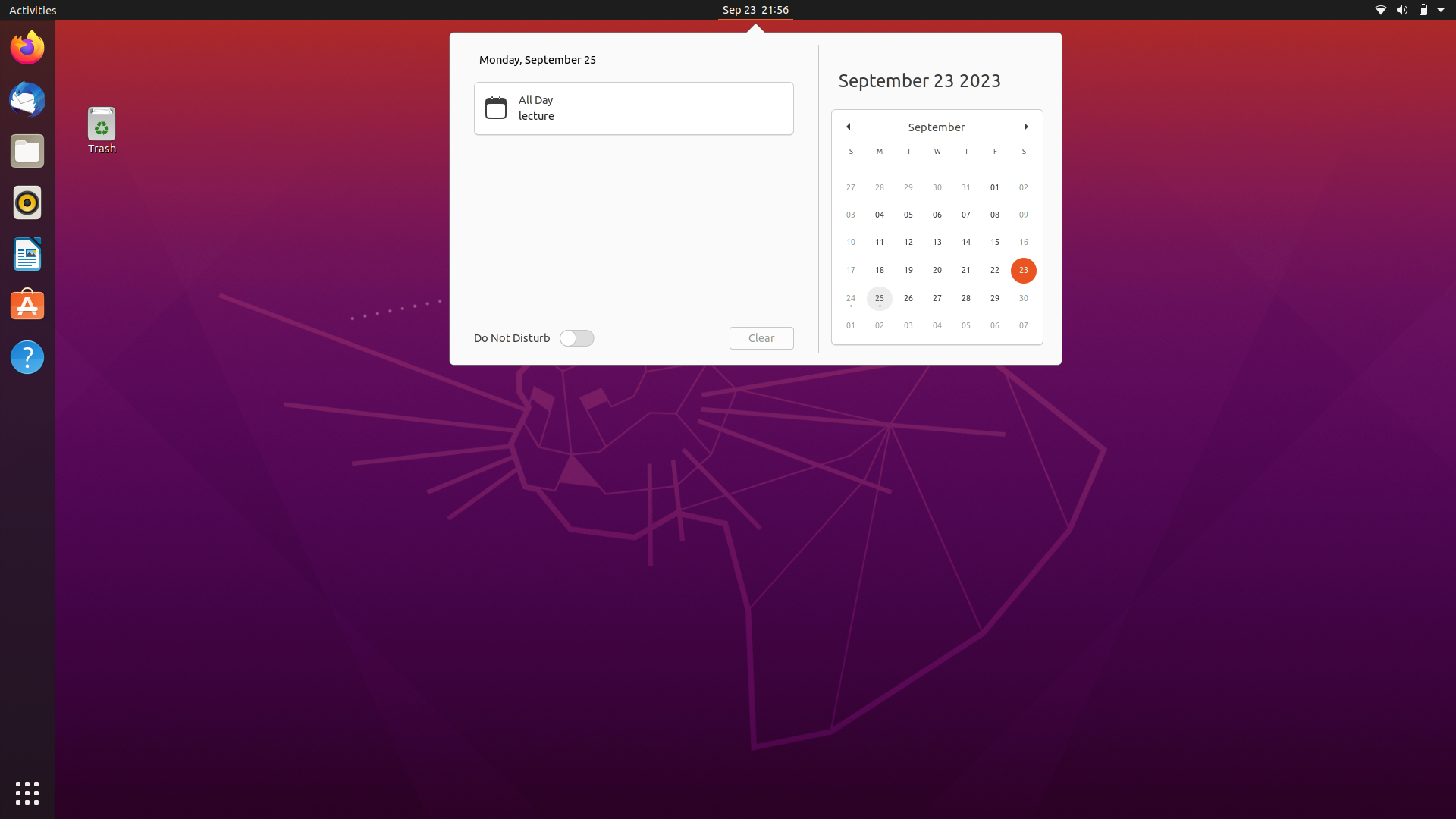 The width and height of the screenshot is (1456, 819). Describe the element at coordinates (1026, 124) in the screenshot. I see `Show upcoming events for the next month` at that location.